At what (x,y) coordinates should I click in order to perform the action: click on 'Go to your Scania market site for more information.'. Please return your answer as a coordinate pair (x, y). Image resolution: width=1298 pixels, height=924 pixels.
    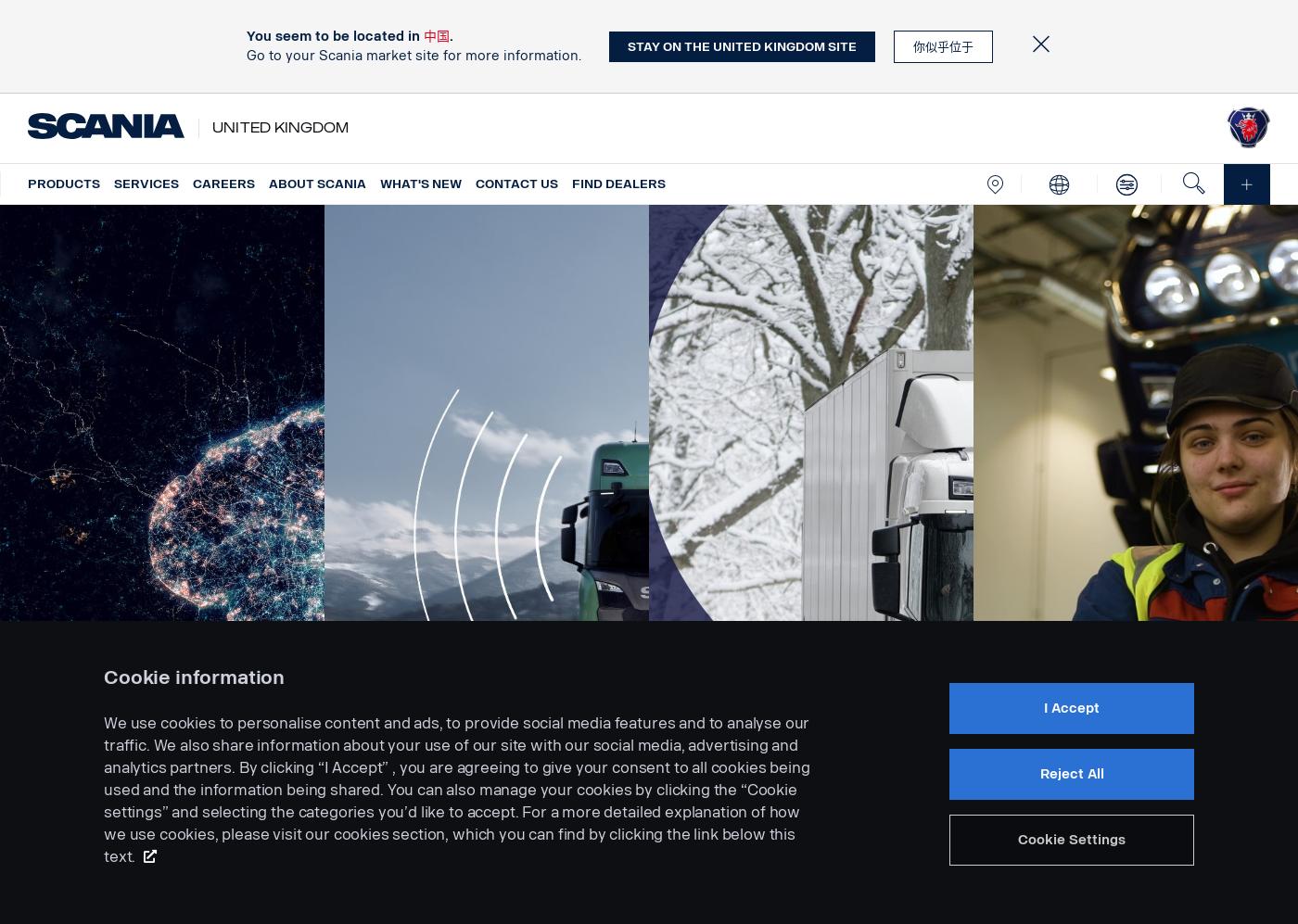
    Looking at the image, I should click on (246, 55).